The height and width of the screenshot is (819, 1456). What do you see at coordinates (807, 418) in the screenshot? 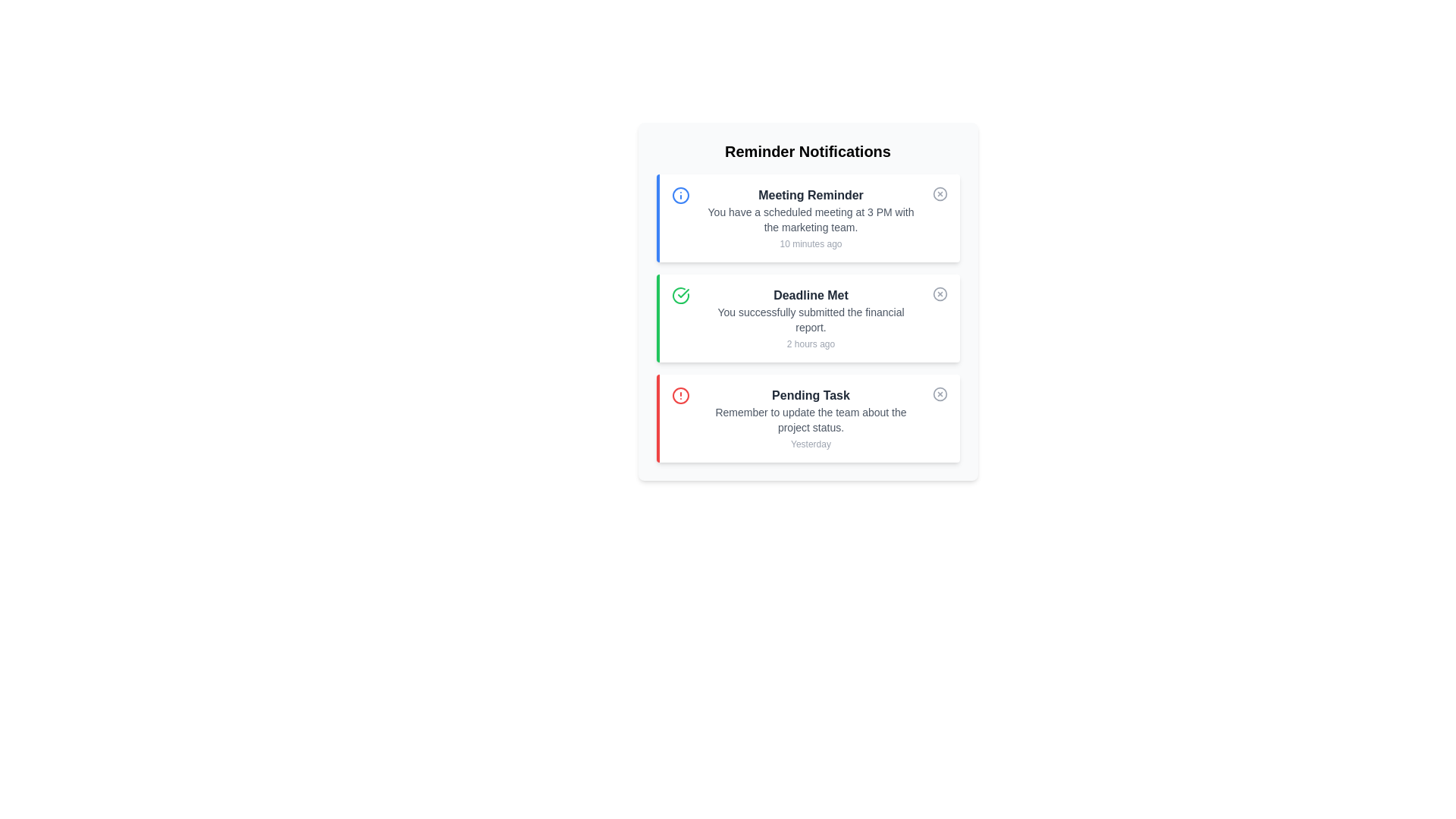
I see `the third notification card in the 'Reminder Notifications' section` at bounding box center [807, 418].